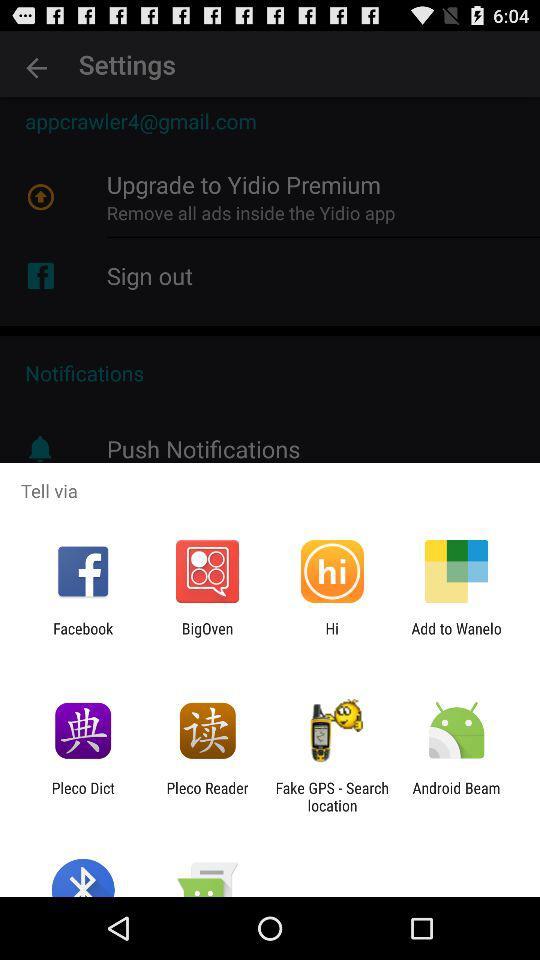 Image resolution: width=540 pixels, height=960 pixels. Describe the element at coordinates (456, 796) in the screenshot. I see `android beam` at that location.